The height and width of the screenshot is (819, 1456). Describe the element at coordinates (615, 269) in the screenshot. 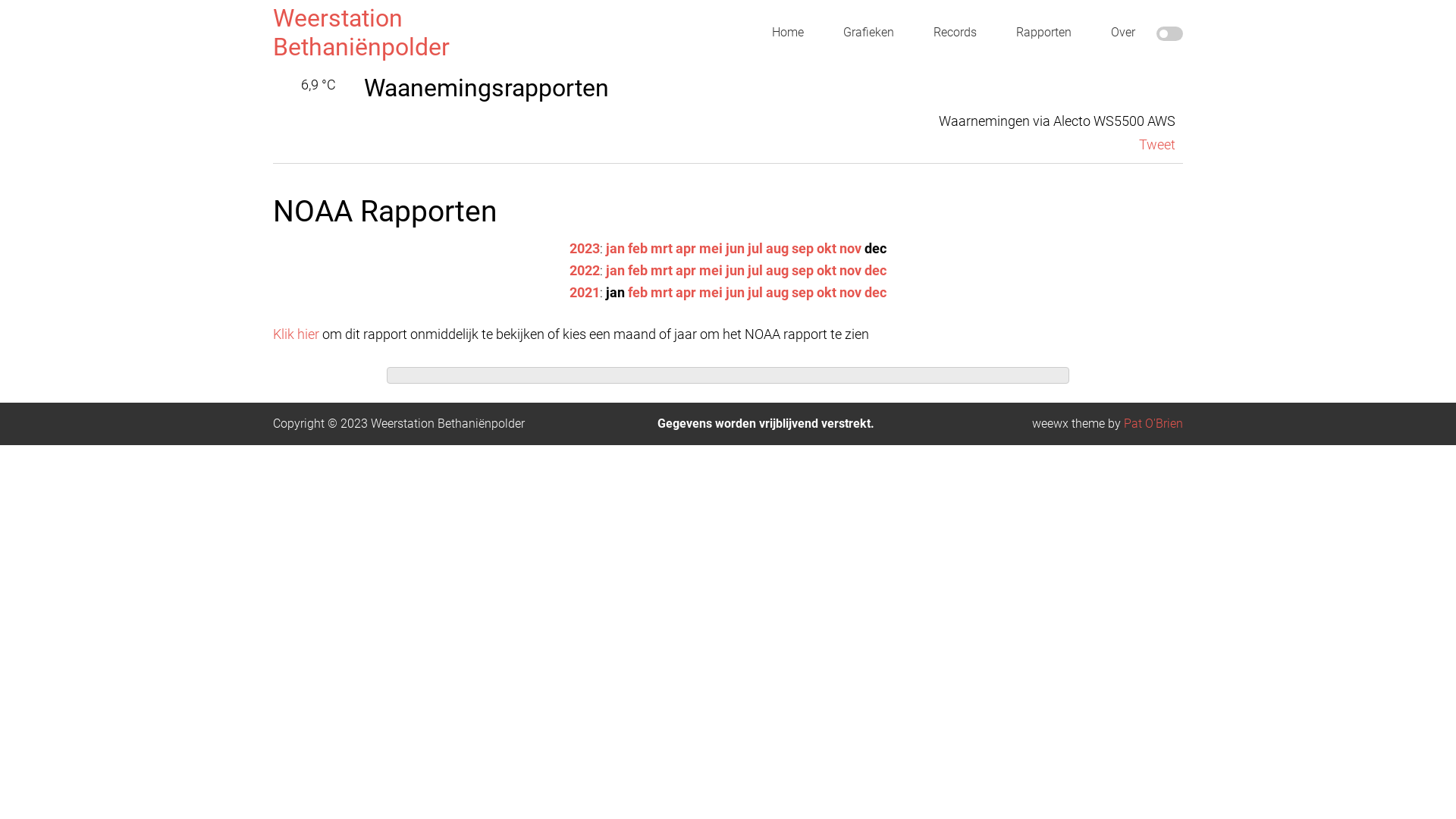

I see `'jan'` at that location.